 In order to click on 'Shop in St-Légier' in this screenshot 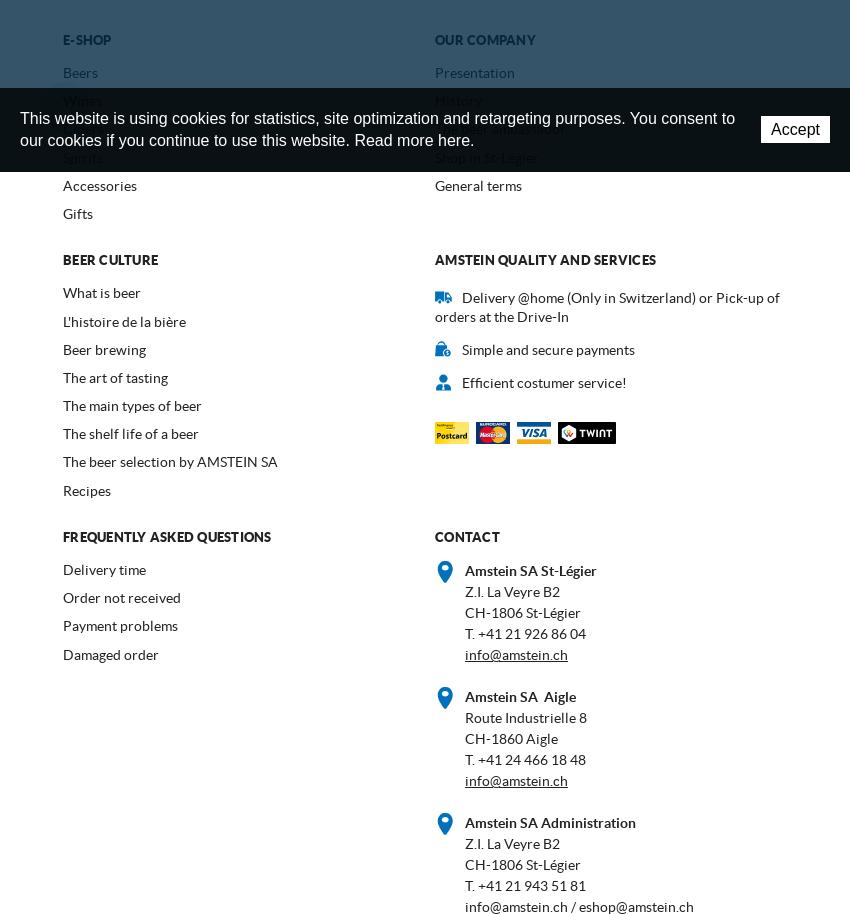, I will do `click(486, 156)`.